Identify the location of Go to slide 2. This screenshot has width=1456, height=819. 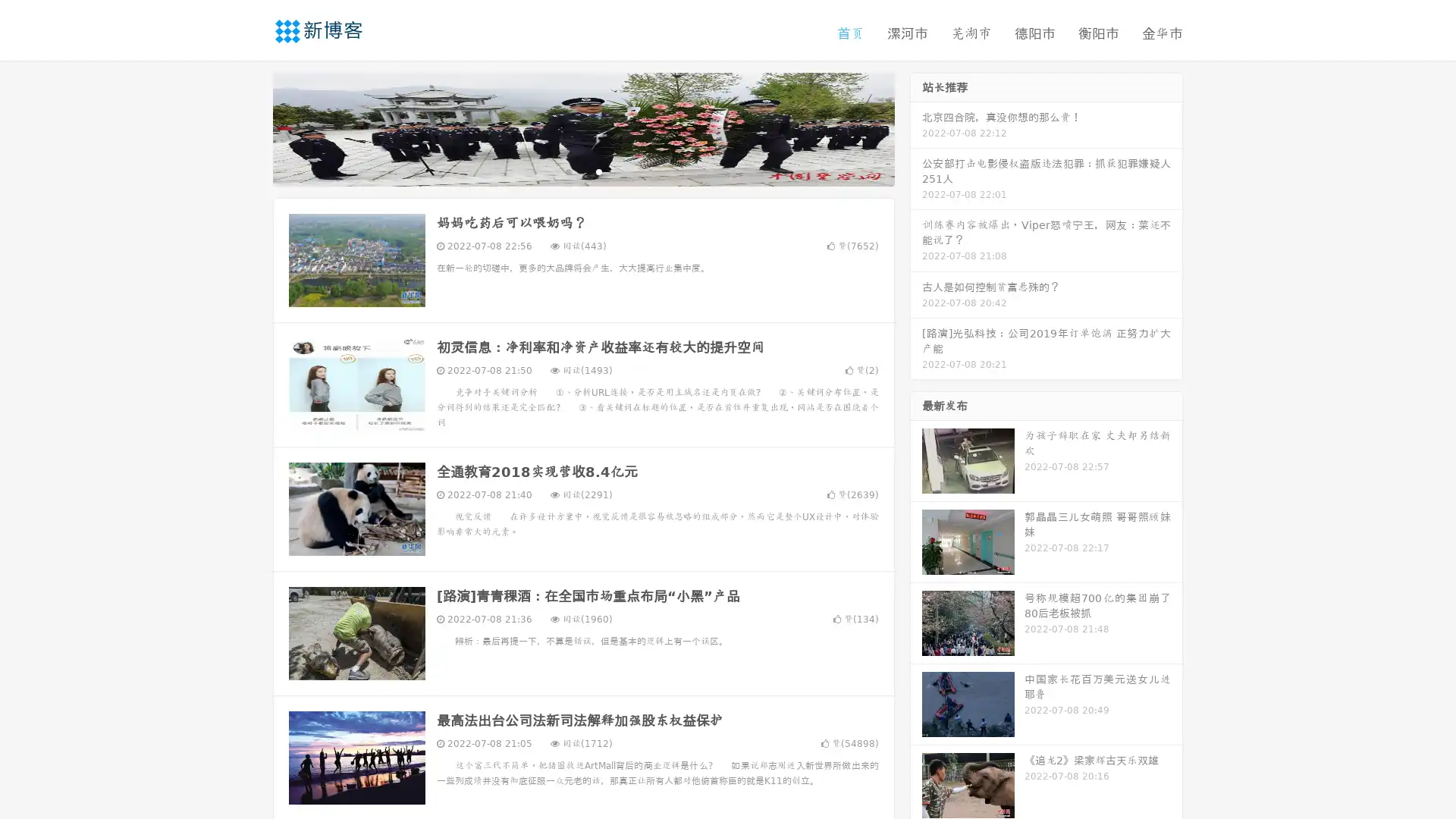
(582, 171).